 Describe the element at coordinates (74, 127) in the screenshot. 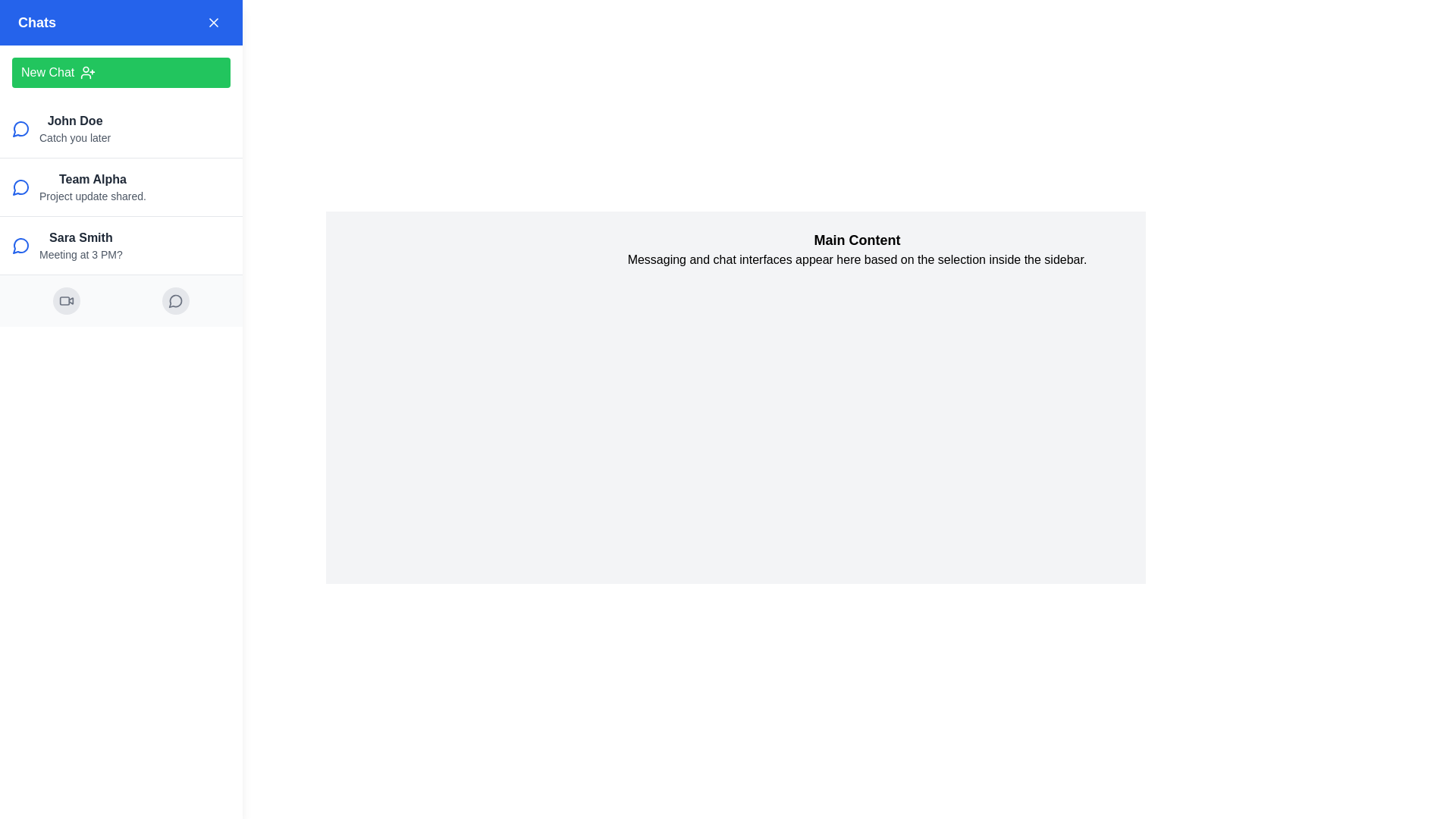

I see `the text block displaying 'John Doe' and 'Catch you later' in the sidebar, which is the first item in the list of contacts or chats` at that location.